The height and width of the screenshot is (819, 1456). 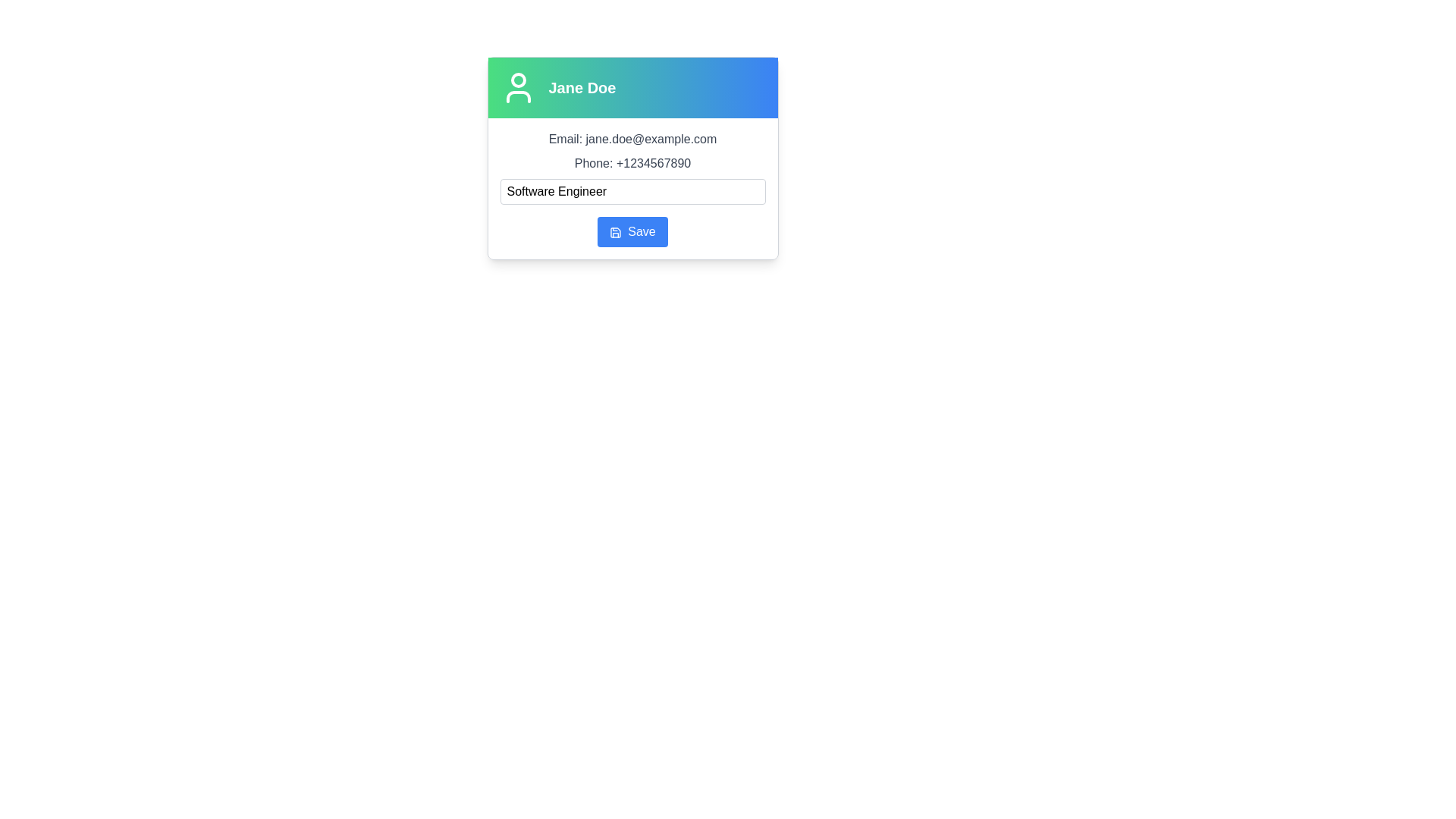 What do you see at coordinates (632, 164) in the screenshot?
I see `displayed phone number from the static text element located below the 'Email' information and above the job title input field` at bounding box center [632, 164].